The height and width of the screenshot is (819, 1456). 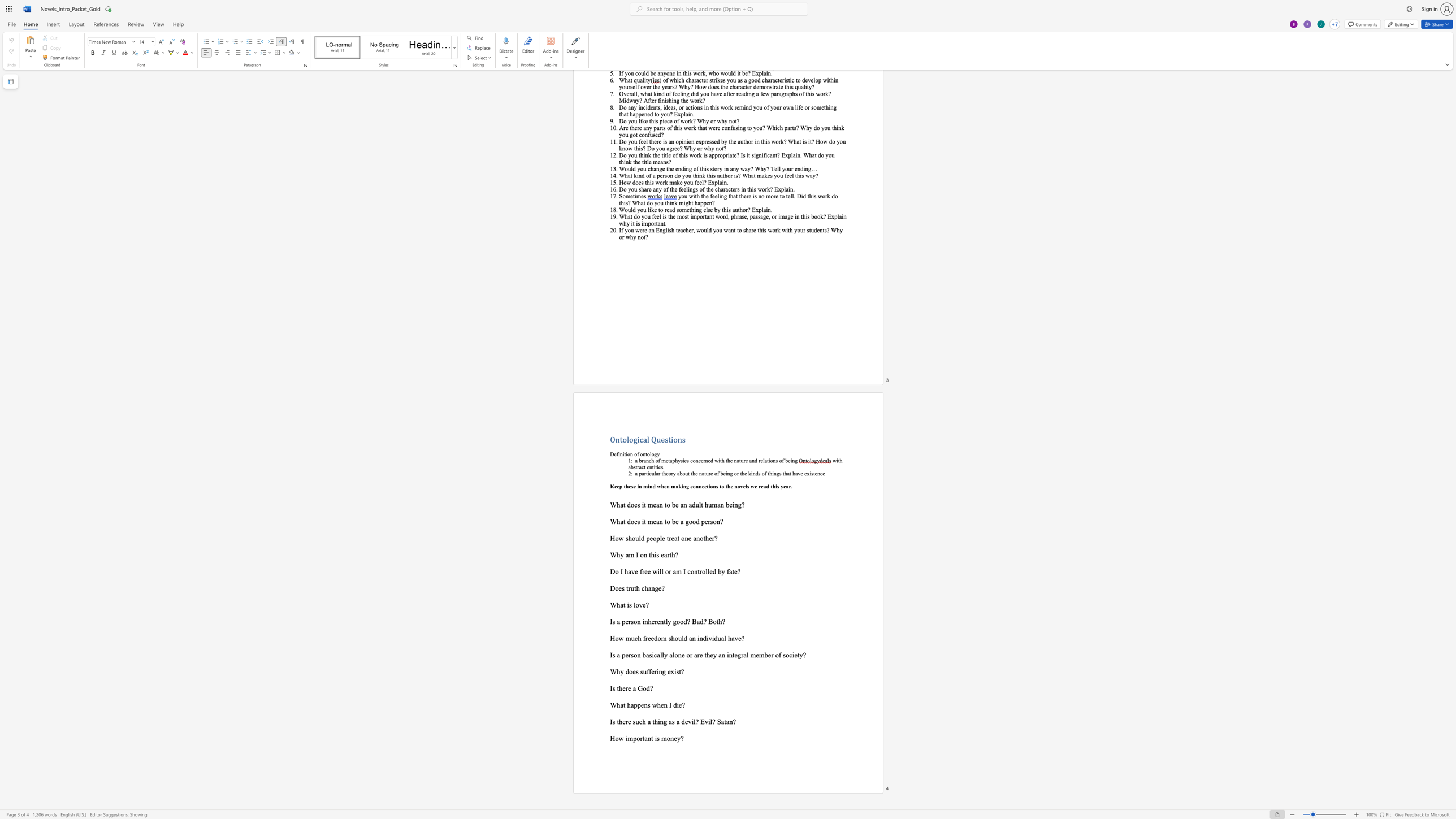 I want to click on the space between the continuous character "l" and "d" in the text, so click(x=640, y=538).